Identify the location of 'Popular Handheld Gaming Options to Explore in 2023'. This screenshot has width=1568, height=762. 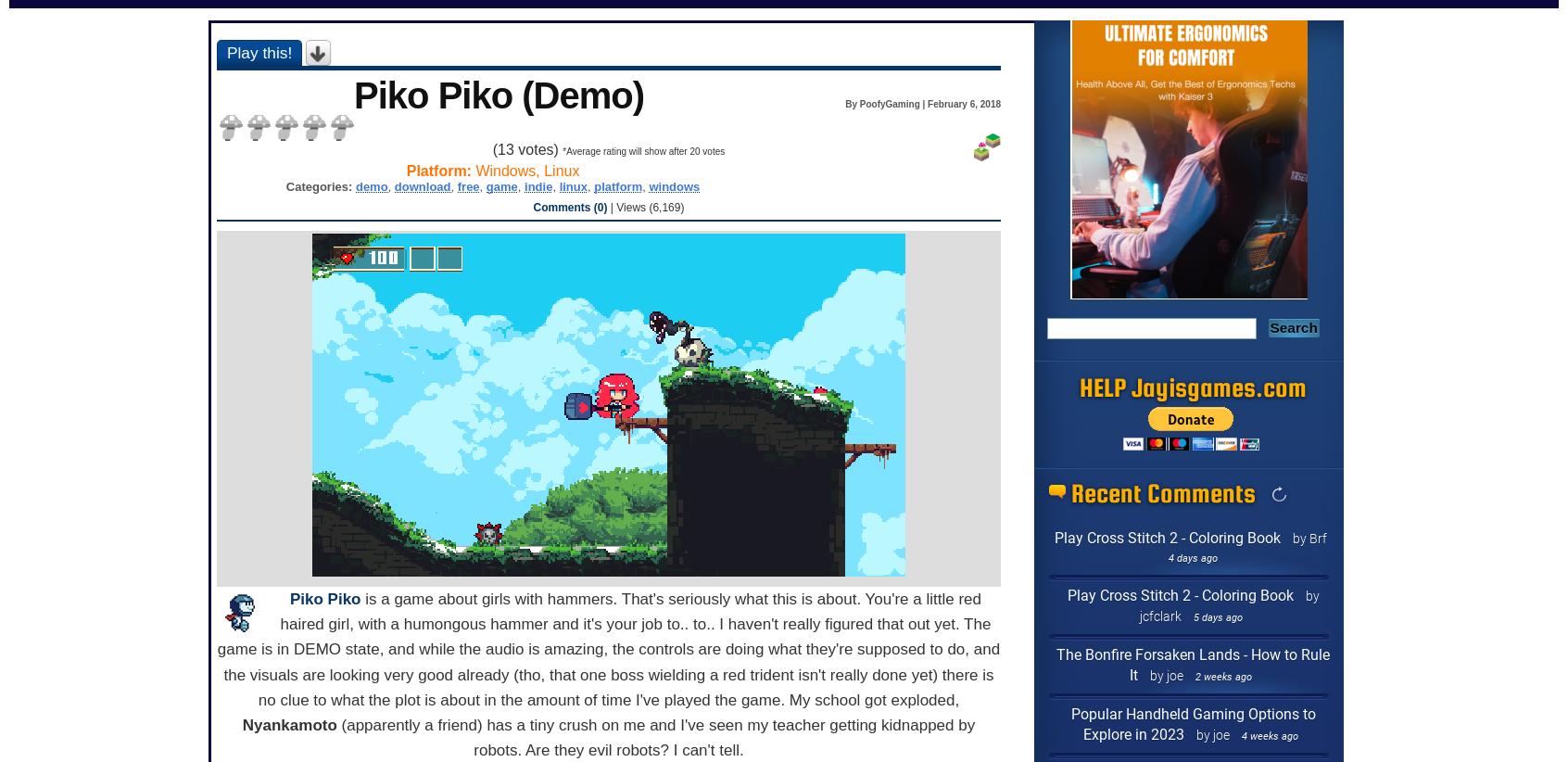
(1191, 722).